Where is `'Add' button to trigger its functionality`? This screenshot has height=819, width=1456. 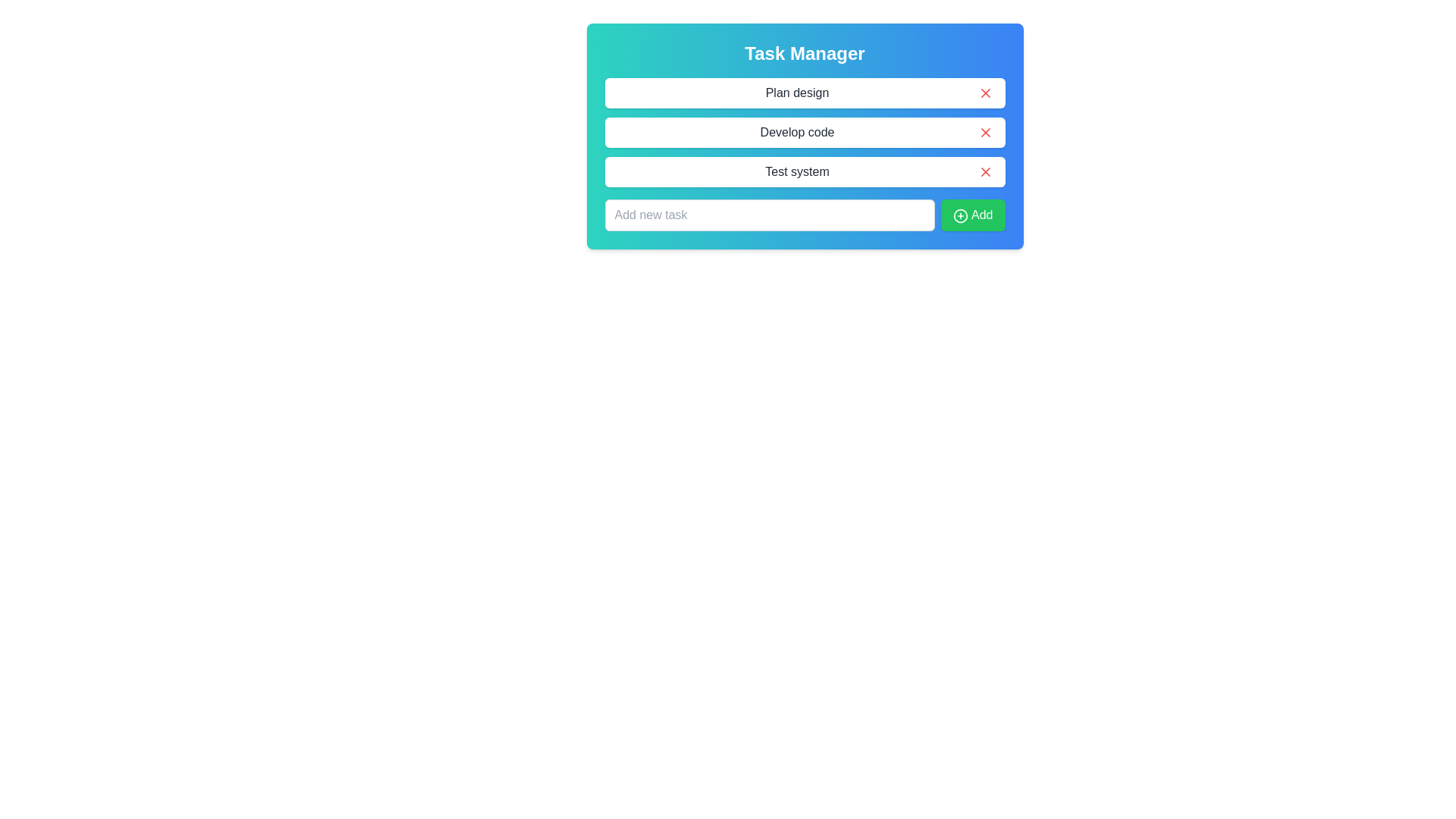
'Add' button to trigger its functionality is located at coordinates (972, 215).